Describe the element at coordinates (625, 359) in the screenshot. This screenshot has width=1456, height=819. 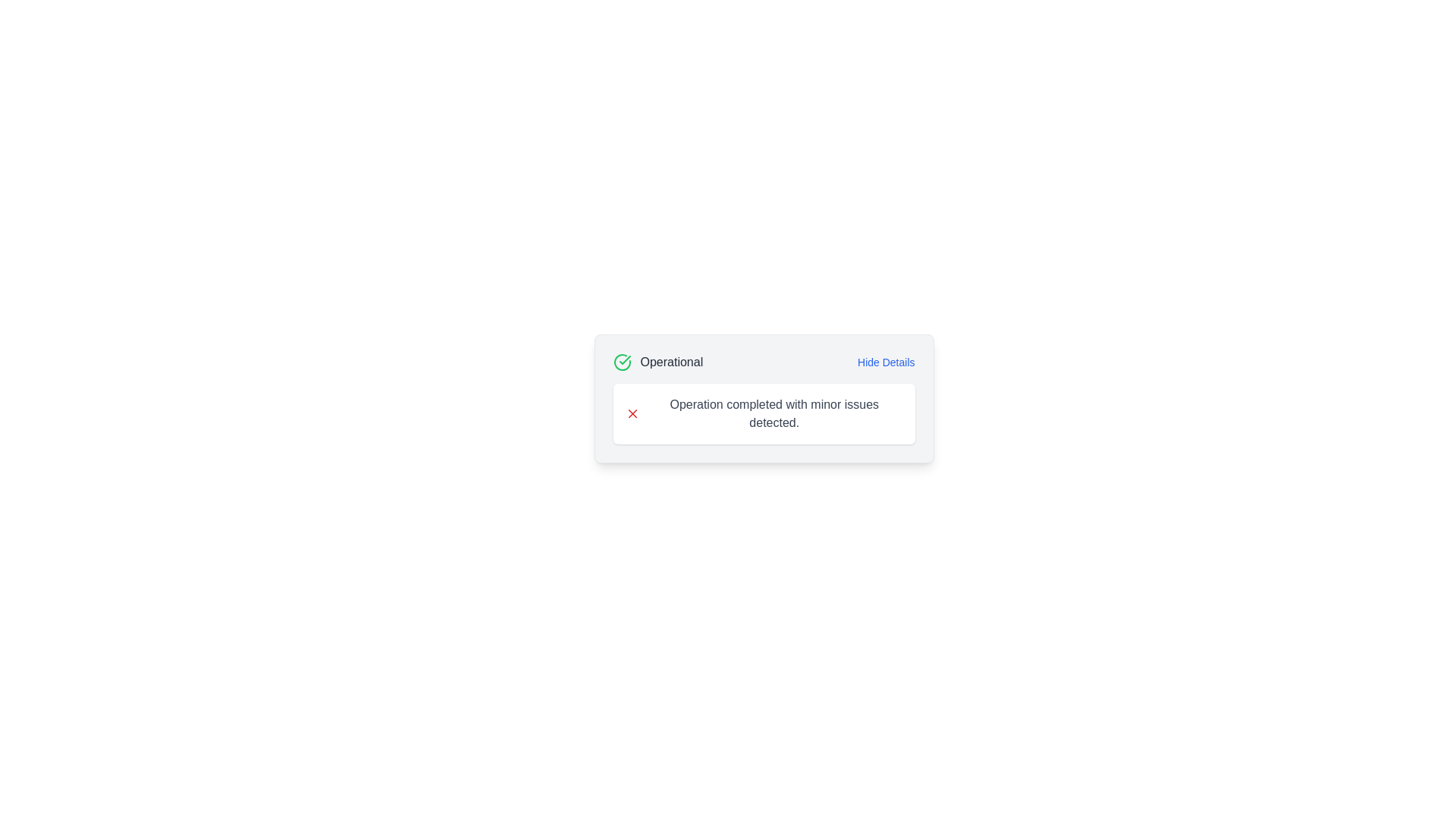
I see `the checkmark vector symbol embedded in the circular icon within the small status panel to indicate a positive or successful status` at that location.